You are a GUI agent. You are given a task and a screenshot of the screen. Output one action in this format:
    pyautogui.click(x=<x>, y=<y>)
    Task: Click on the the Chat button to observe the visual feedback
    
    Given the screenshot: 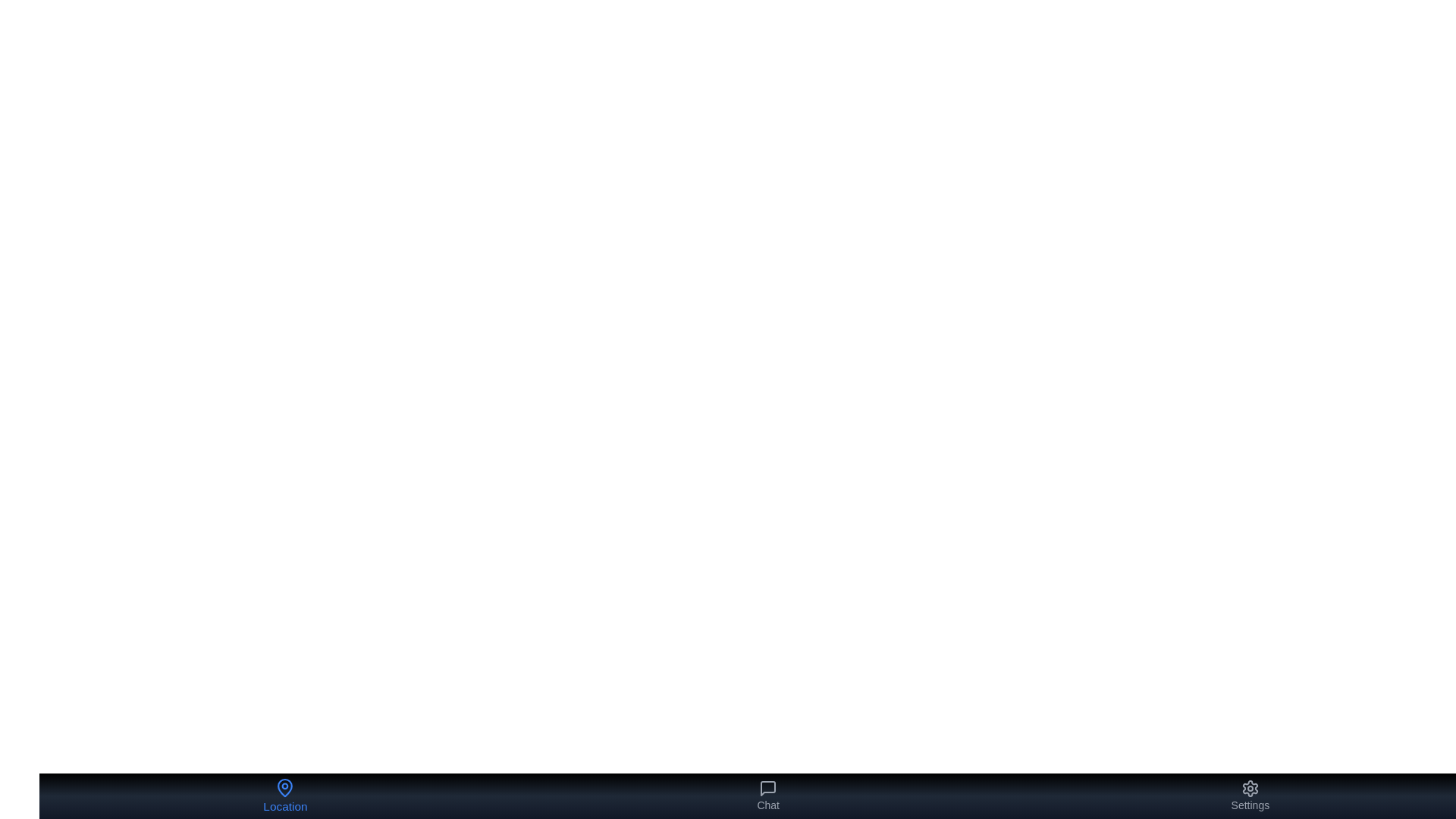 What is the action you would take?
    pyautogui.click(x=767, y=795)
    